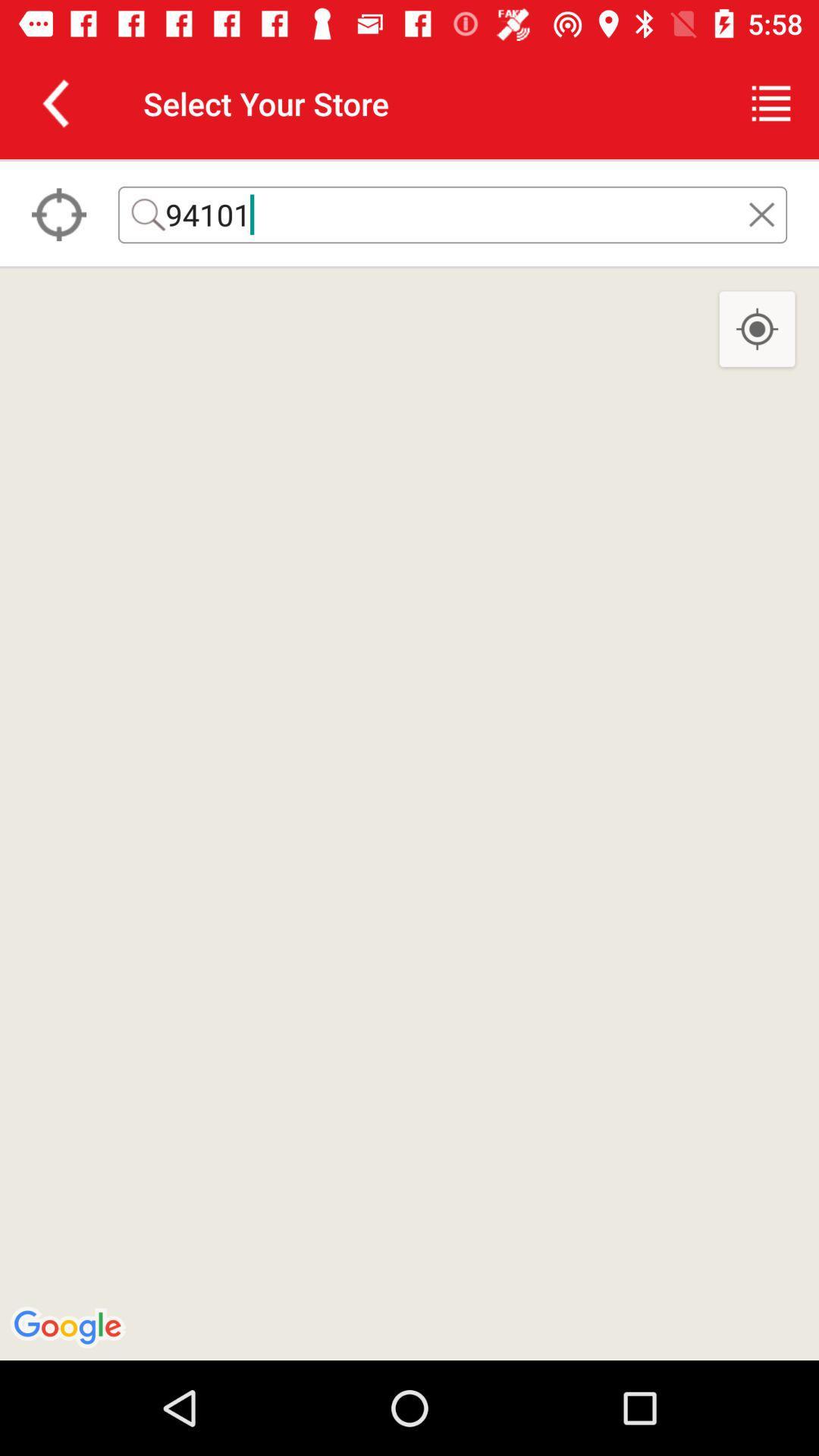  What do you see at coordinates (761, 214) in the screenshot?
I see `the close icon` at bounding box center [761, 214].